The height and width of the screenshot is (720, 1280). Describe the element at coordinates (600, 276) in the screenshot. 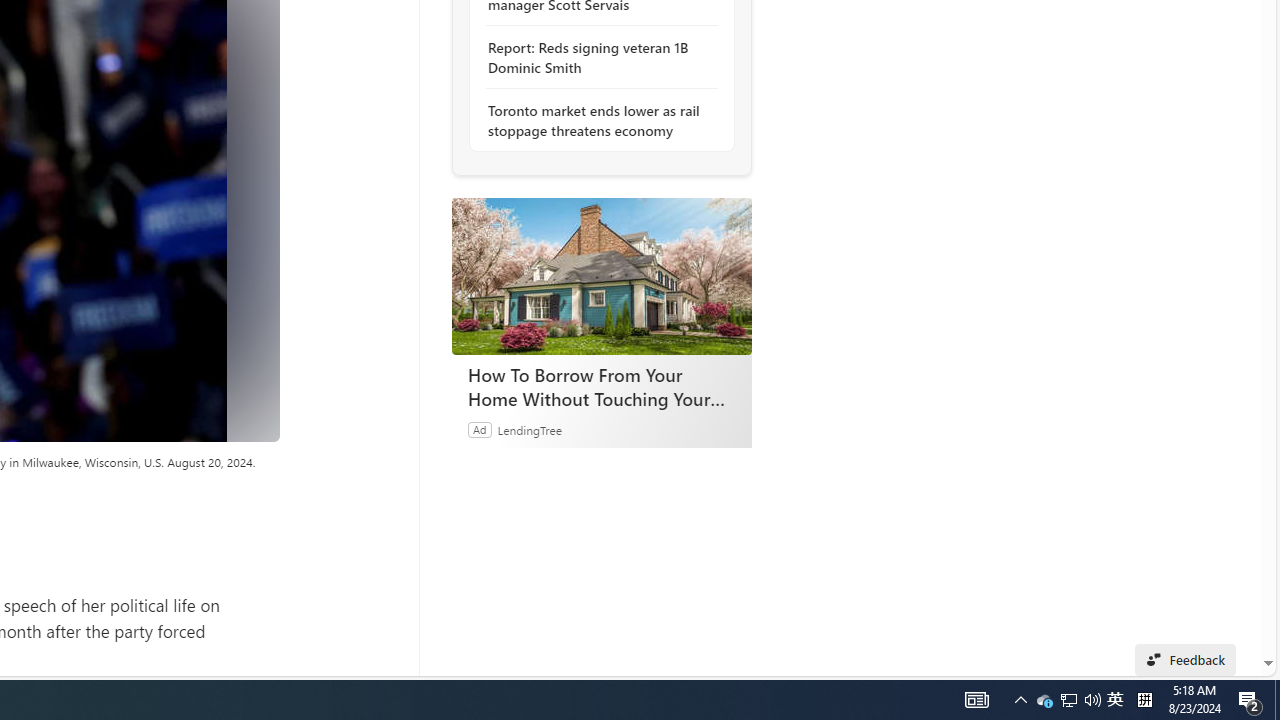

I see `'How To Borrow From Your Home Without Touching Your Mortgage'` at that location.